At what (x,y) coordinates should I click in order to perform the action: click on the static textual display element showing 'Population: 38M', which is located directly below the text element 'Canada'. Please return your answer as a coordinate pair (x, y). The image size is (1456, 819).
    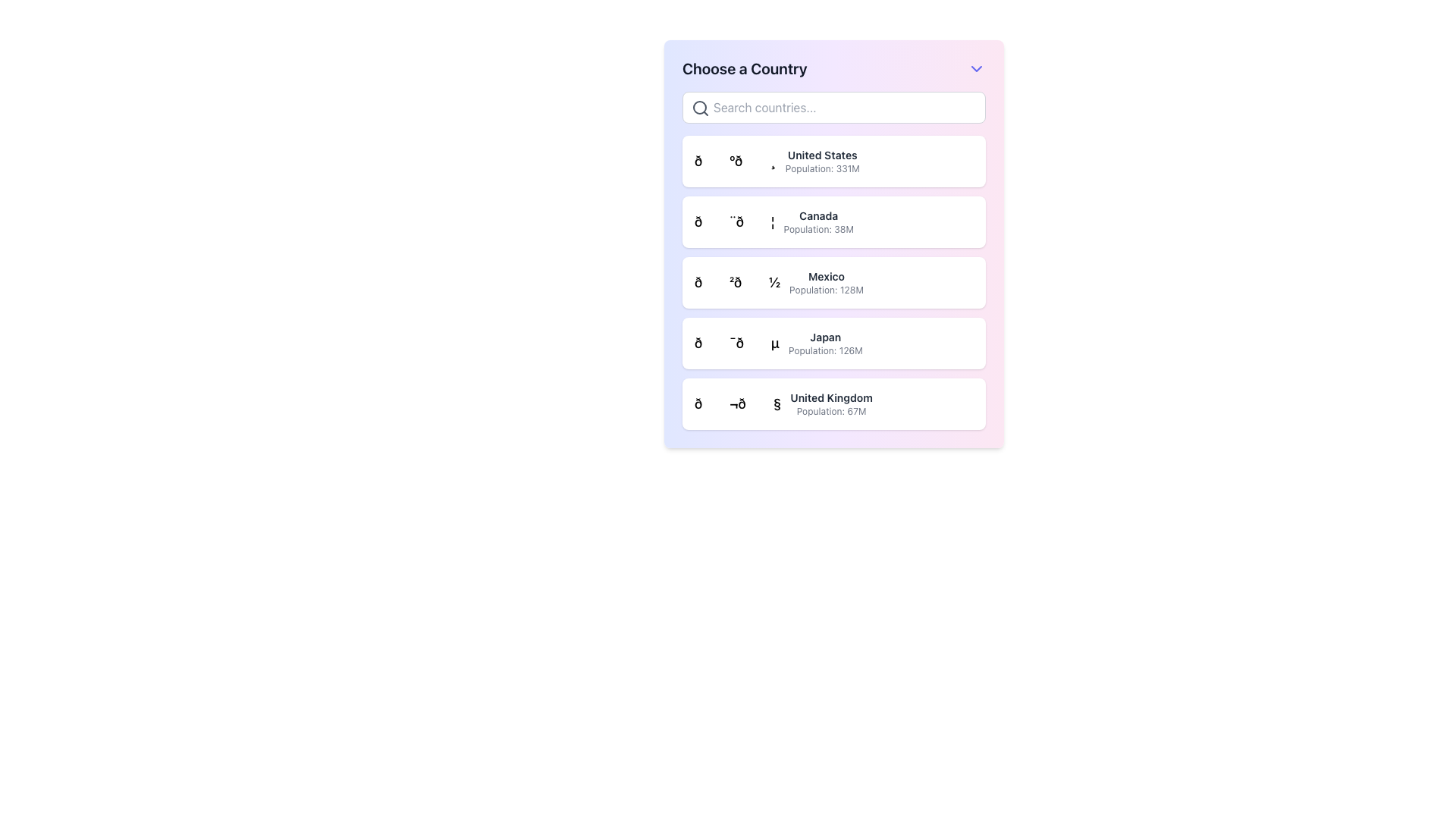
    Looking at the image, I should click on (817, 230).